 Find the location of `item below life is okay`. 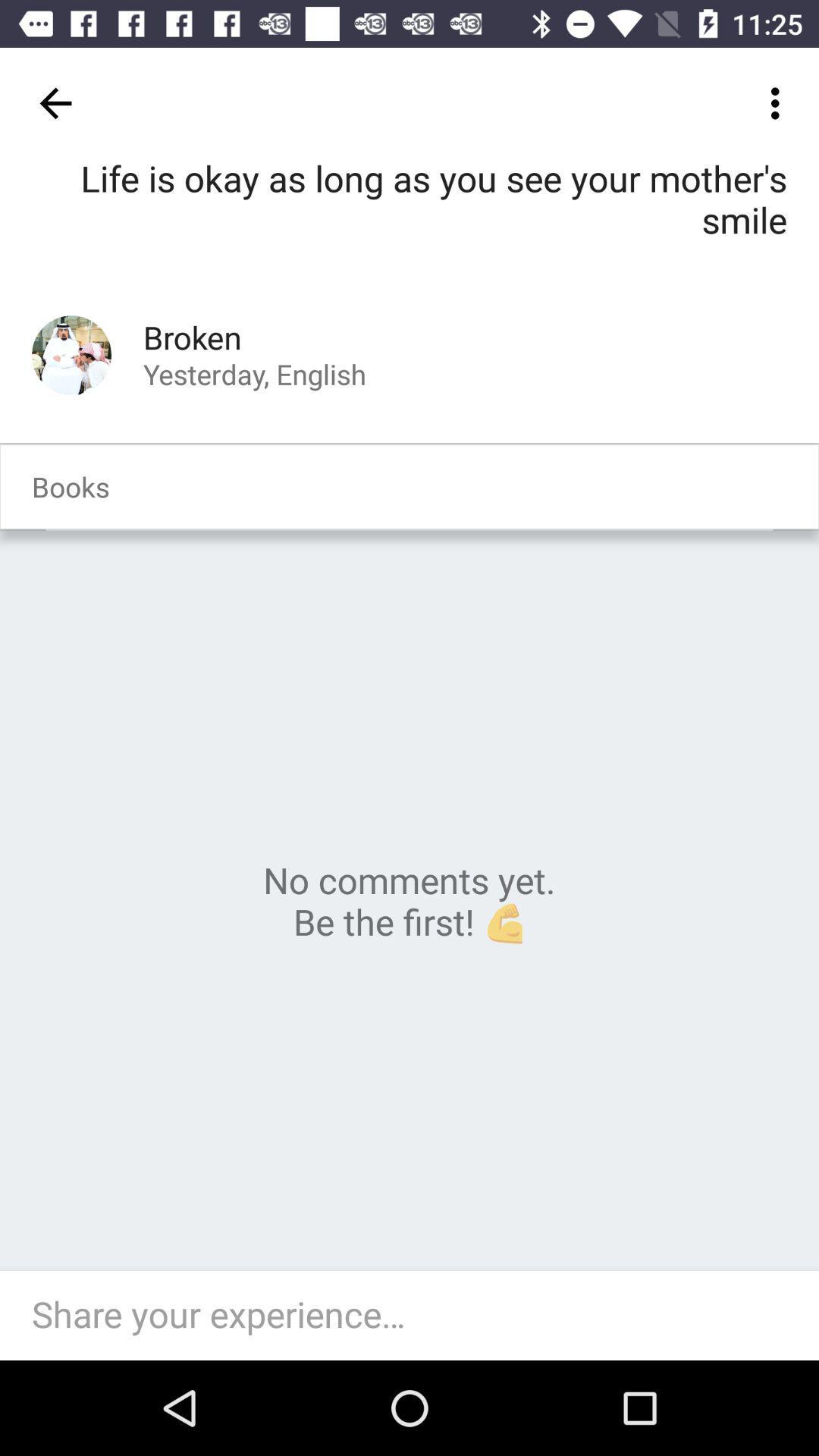

item below life is okay is located at coordinates (71, 354).